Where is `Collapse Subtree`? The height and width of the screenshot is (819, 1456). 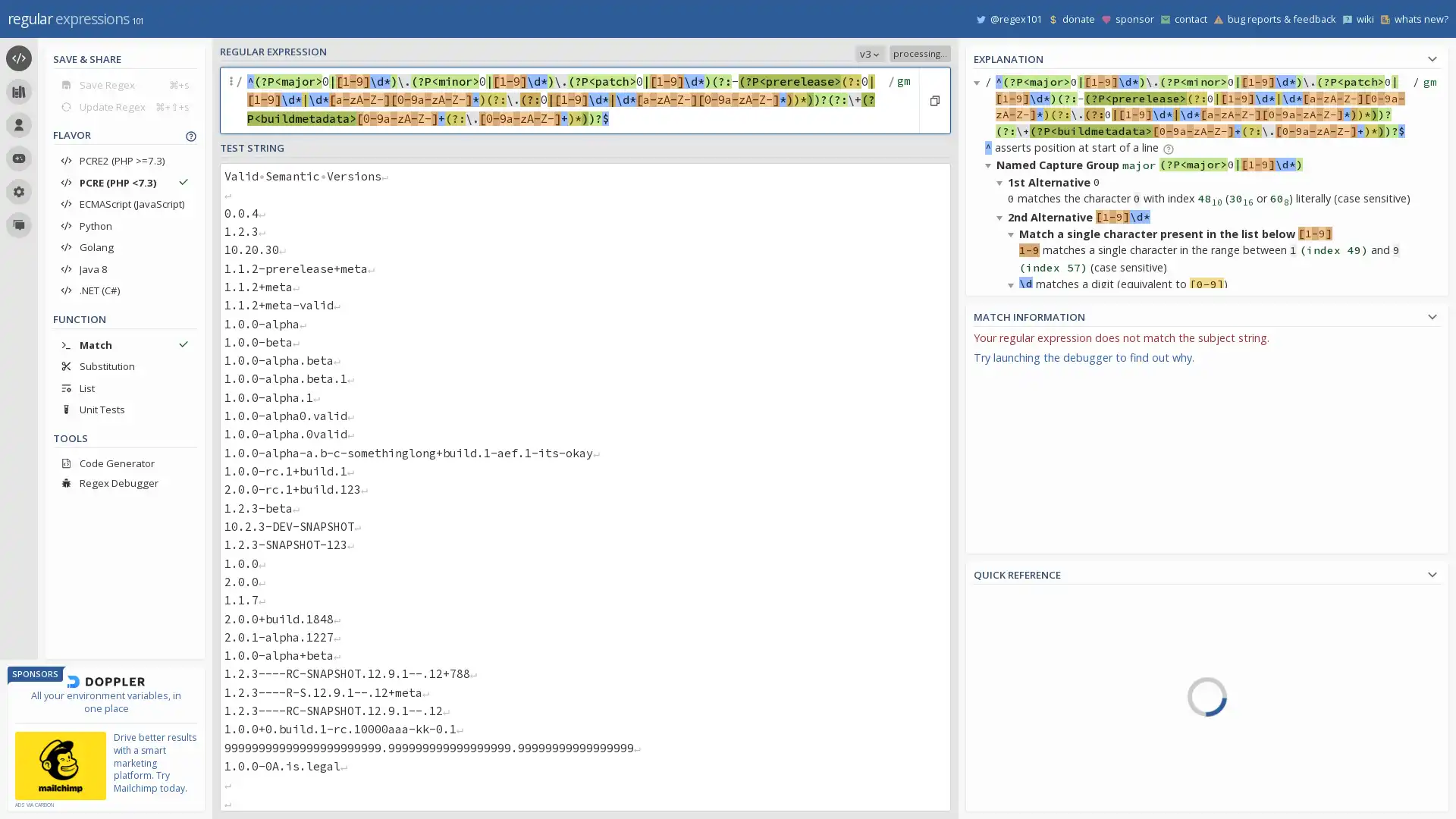 Collapse Subtree is located at coordinates (990, 353).